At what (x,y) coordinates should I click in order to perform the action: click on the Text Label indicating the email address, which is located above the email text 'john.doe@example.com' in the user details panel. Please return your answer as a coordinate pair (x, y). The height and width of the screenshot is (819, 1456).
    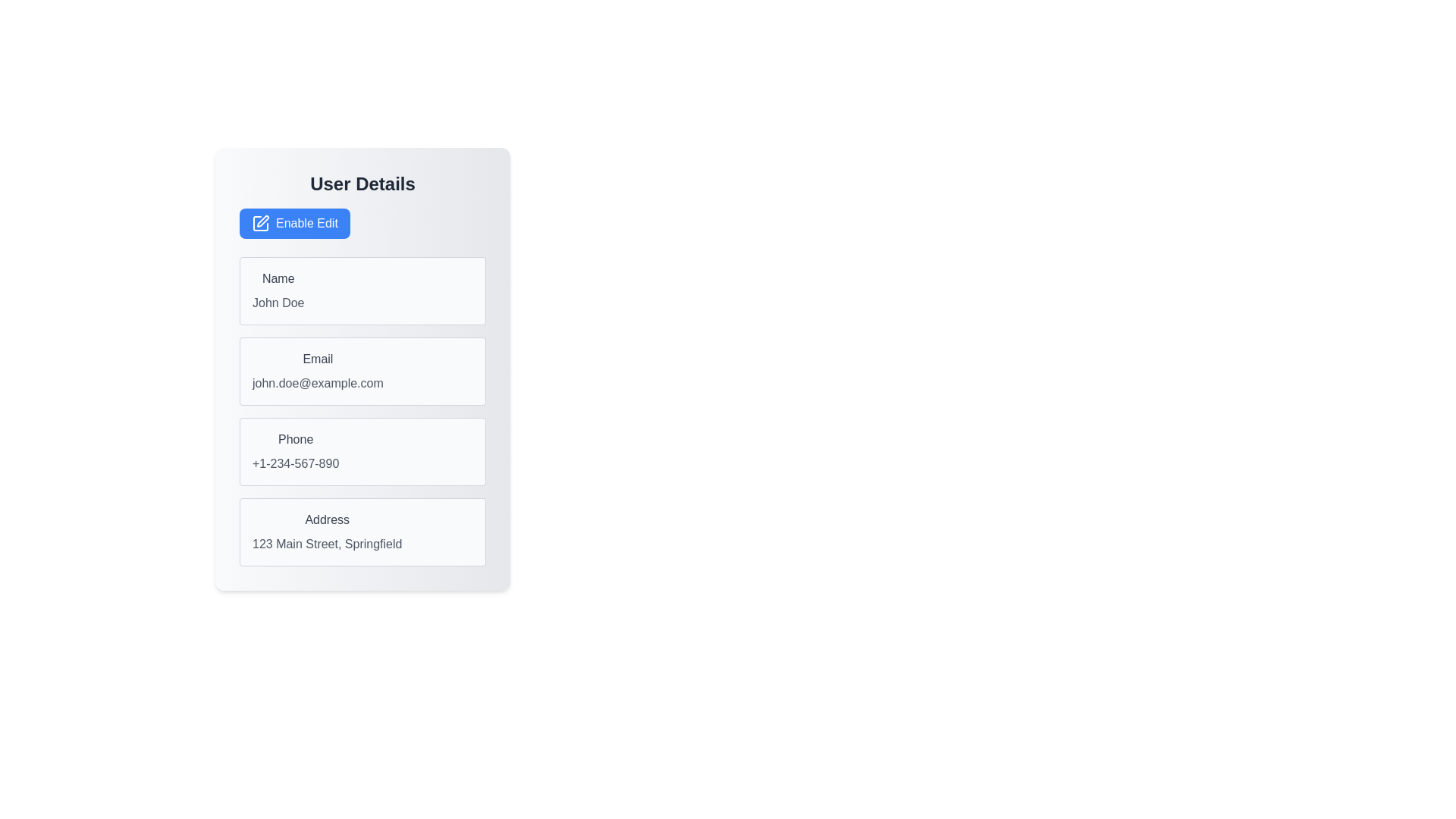
    Looking at the image, I should click on (317, 359).